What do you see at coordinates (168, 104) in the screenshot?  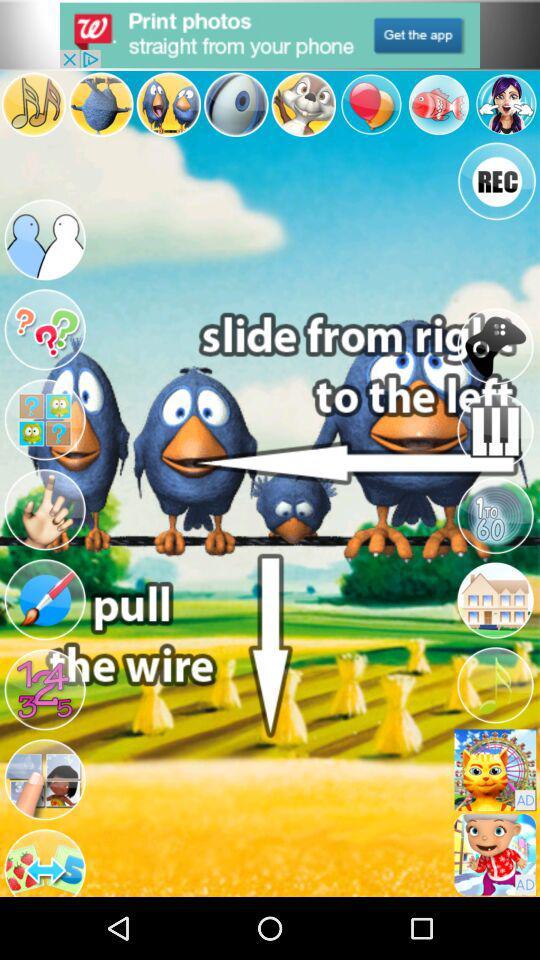 I see `the third  birds image option at the top` at bounding box center [168, 104].